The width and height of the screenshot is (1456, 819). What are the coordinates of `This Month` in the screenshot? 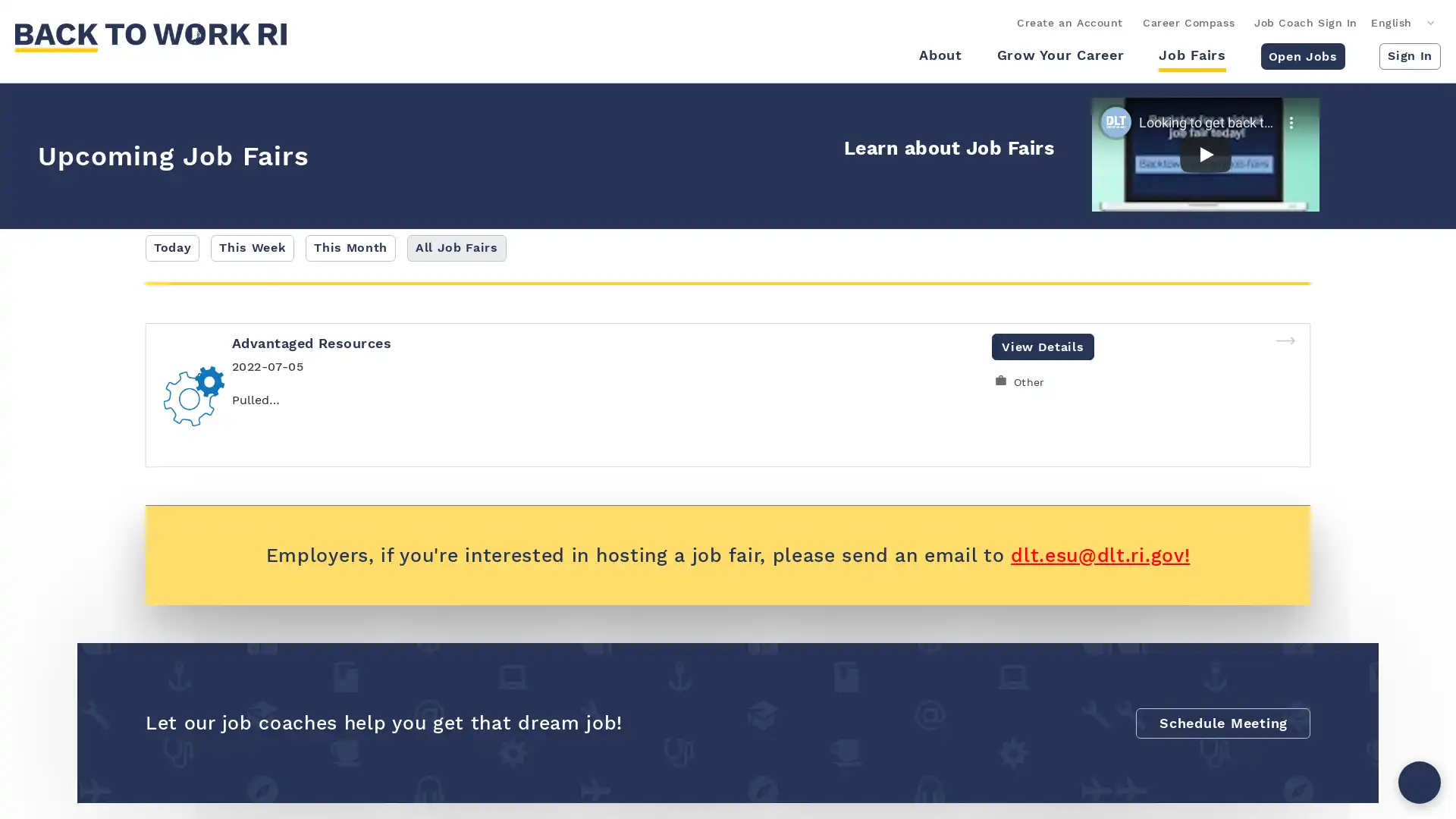 It's located at (350, 247).